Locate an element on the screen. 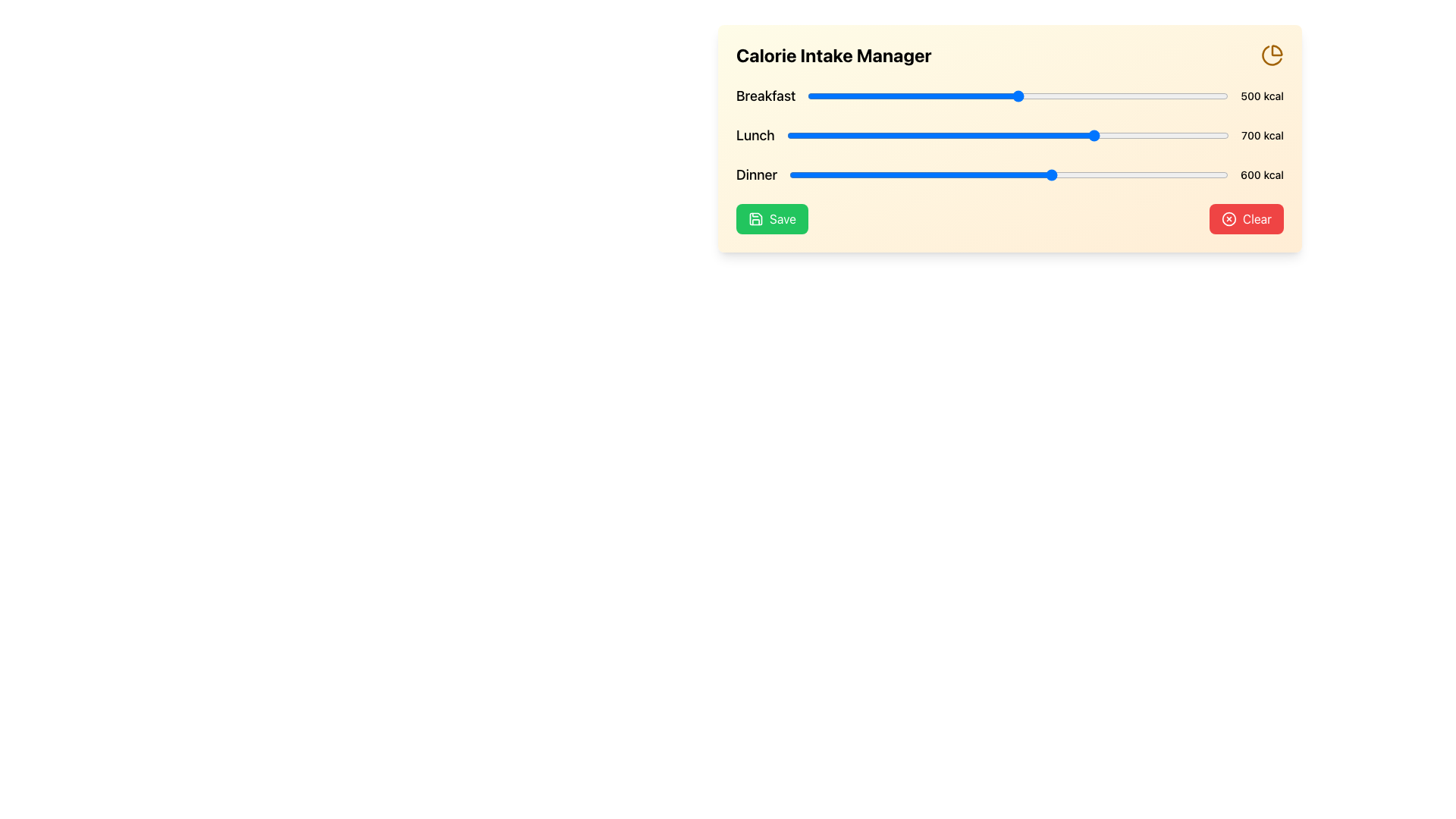 The image size is (1456, 819). the lunch kcal value is located at coordinates (875, 134).